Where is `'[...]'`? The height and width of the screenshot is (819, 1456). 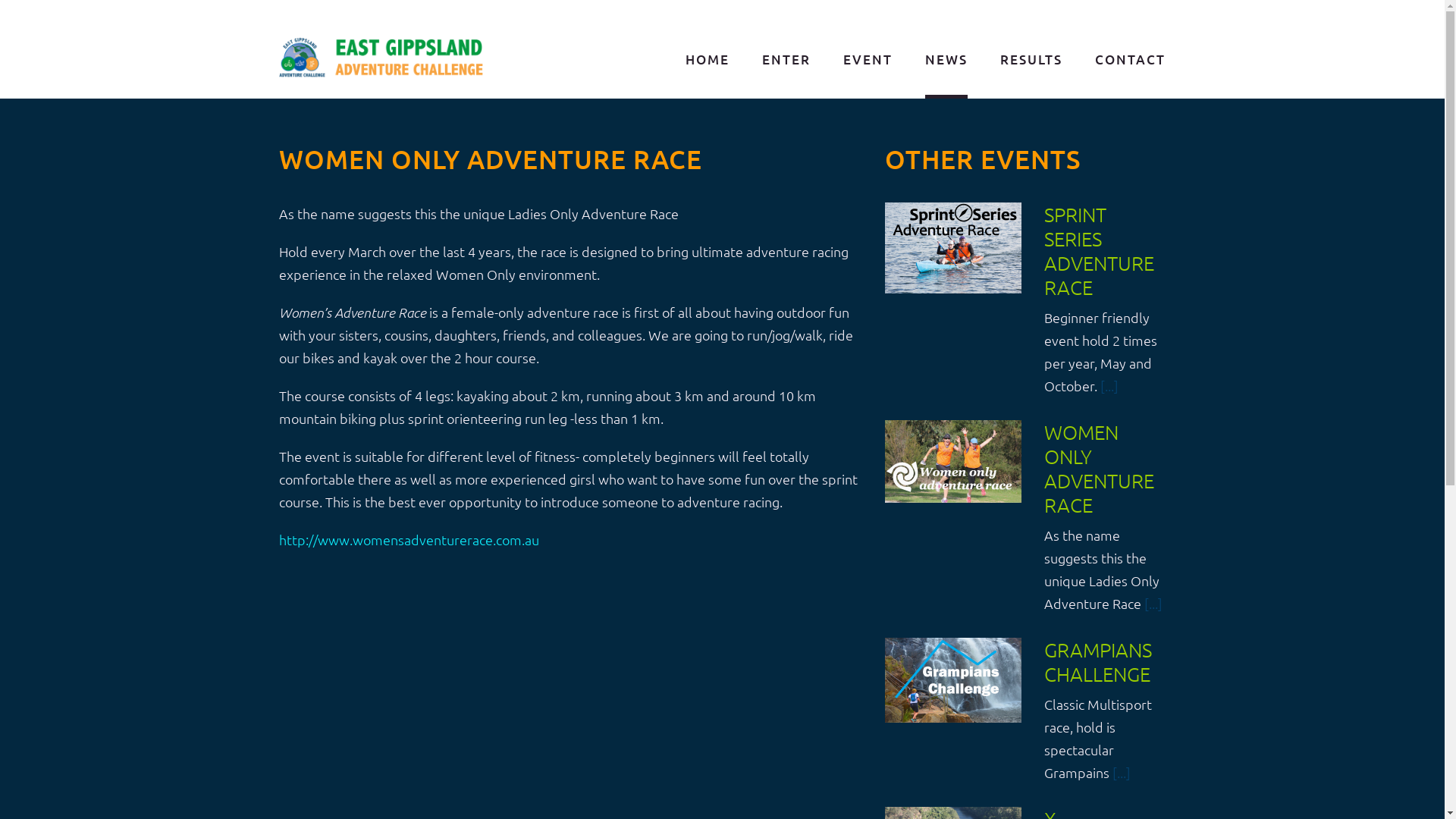 '[...]' is located at coordinates (1109, 384).